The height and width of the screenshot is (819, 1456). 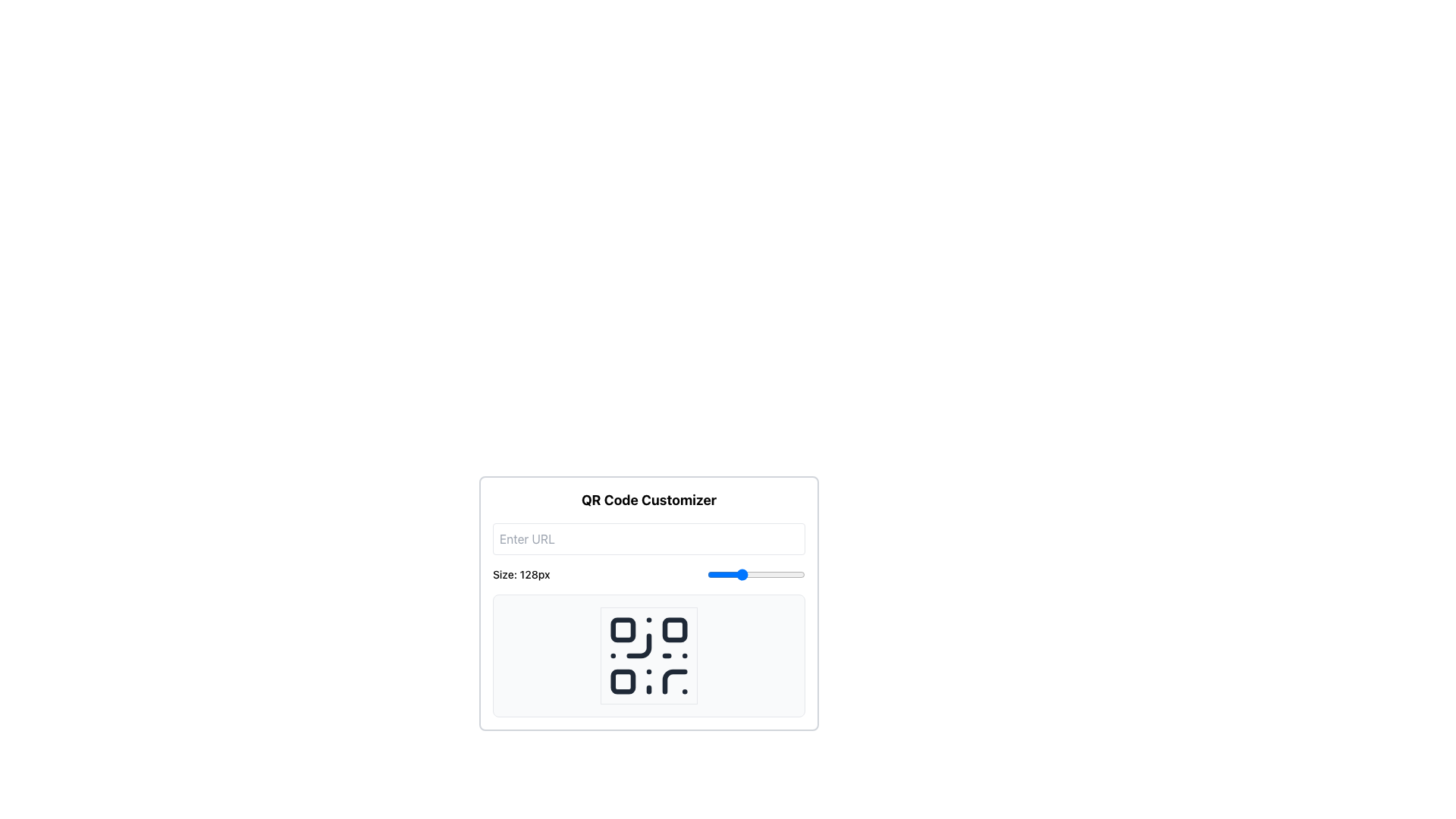 What do you see at coordinates (623, 629) in the screenshot?
I see `the top-left visual module of the QR code, which is part of the QR code structure` at bounding box center [623, 629].